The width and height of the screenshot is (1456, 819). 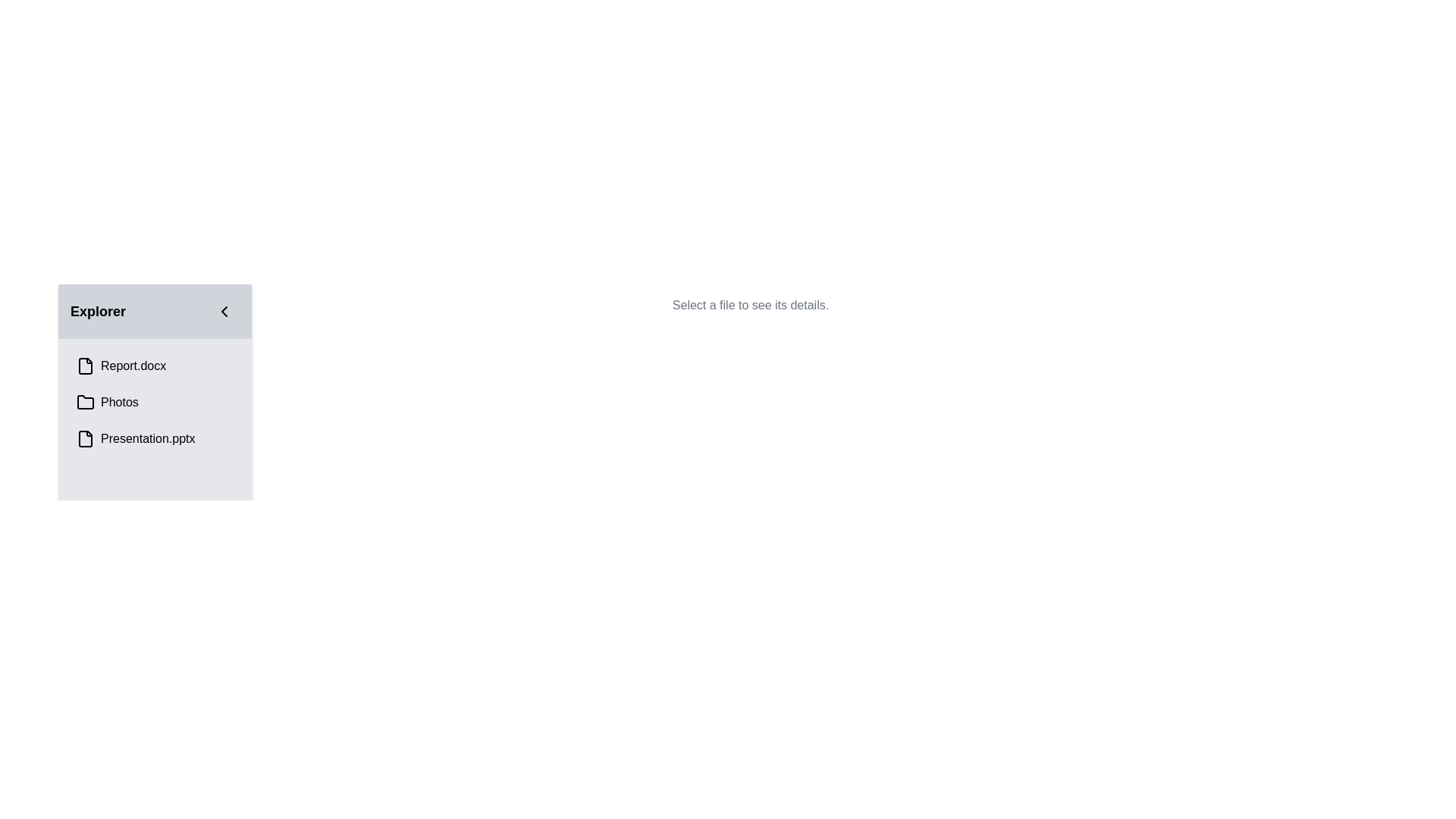 I want to click on the presentation file icon located at the third position in the list of items within the 'Explorer' section of the interface, so click(x=85, y=438).